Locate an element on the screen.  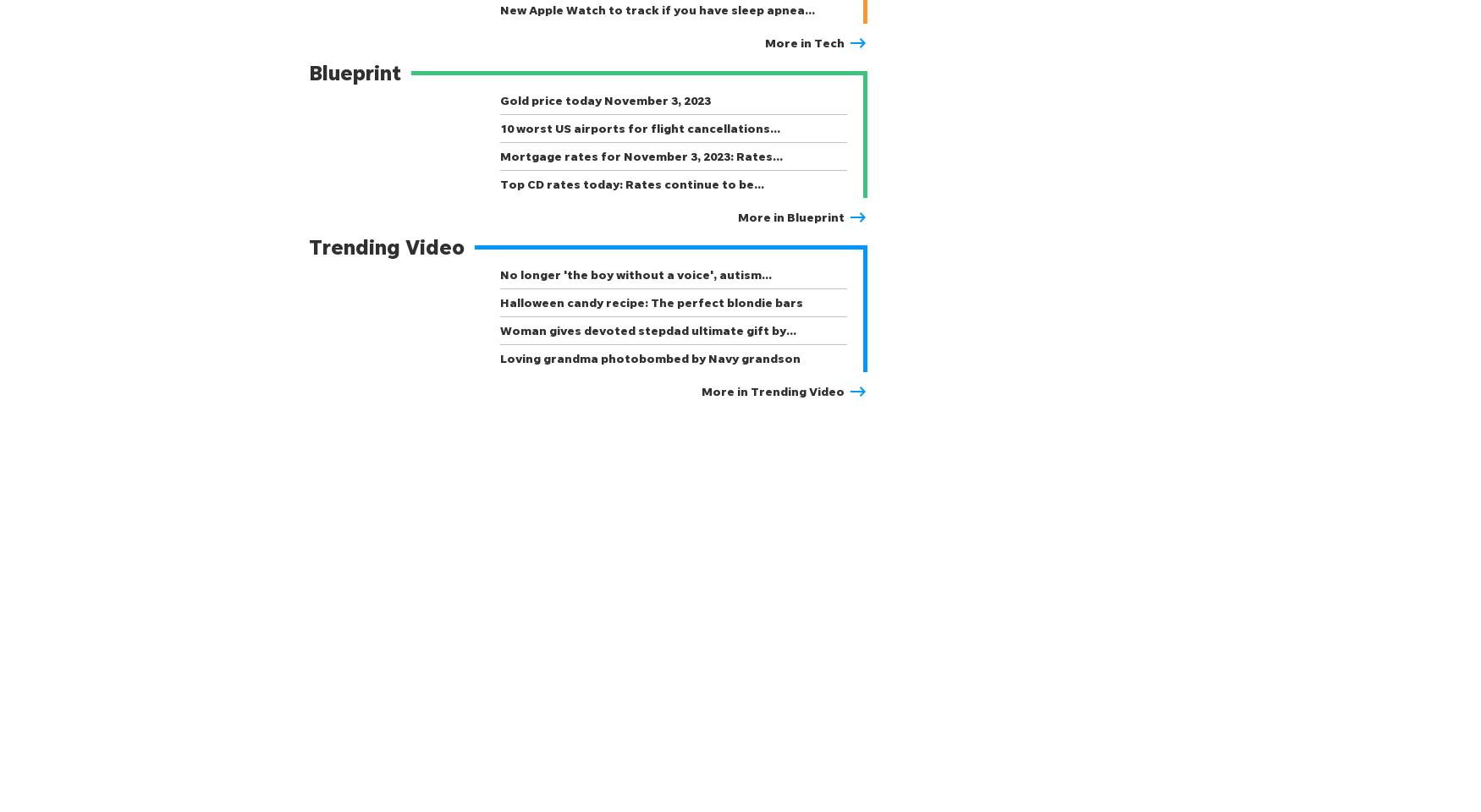
'Mortgage rates for November 3, 2023: Rates…' is located at coordinates (640, 156).